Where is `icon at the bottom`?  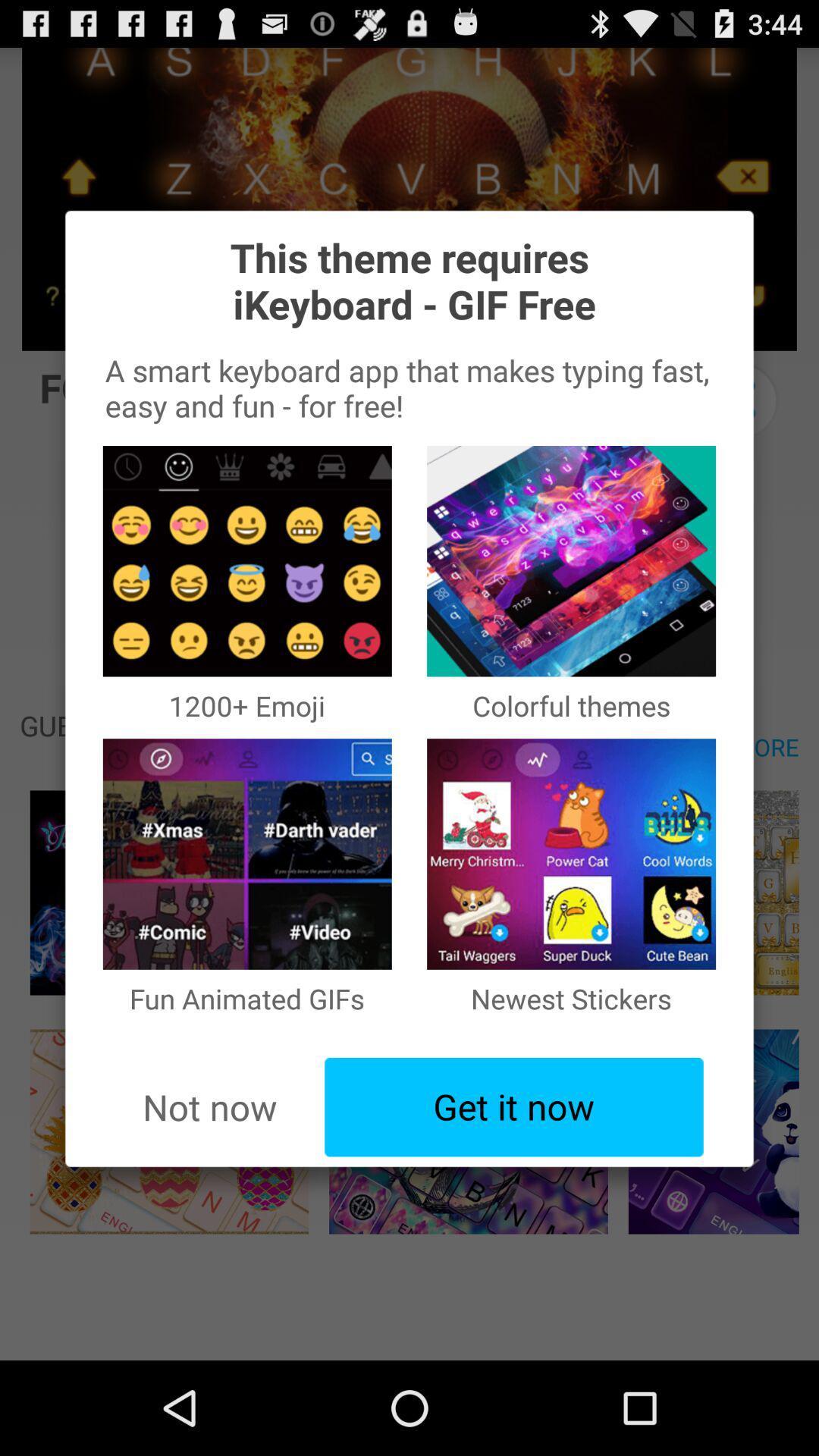
icon at the bottom is located at coordinates (513, 1107).